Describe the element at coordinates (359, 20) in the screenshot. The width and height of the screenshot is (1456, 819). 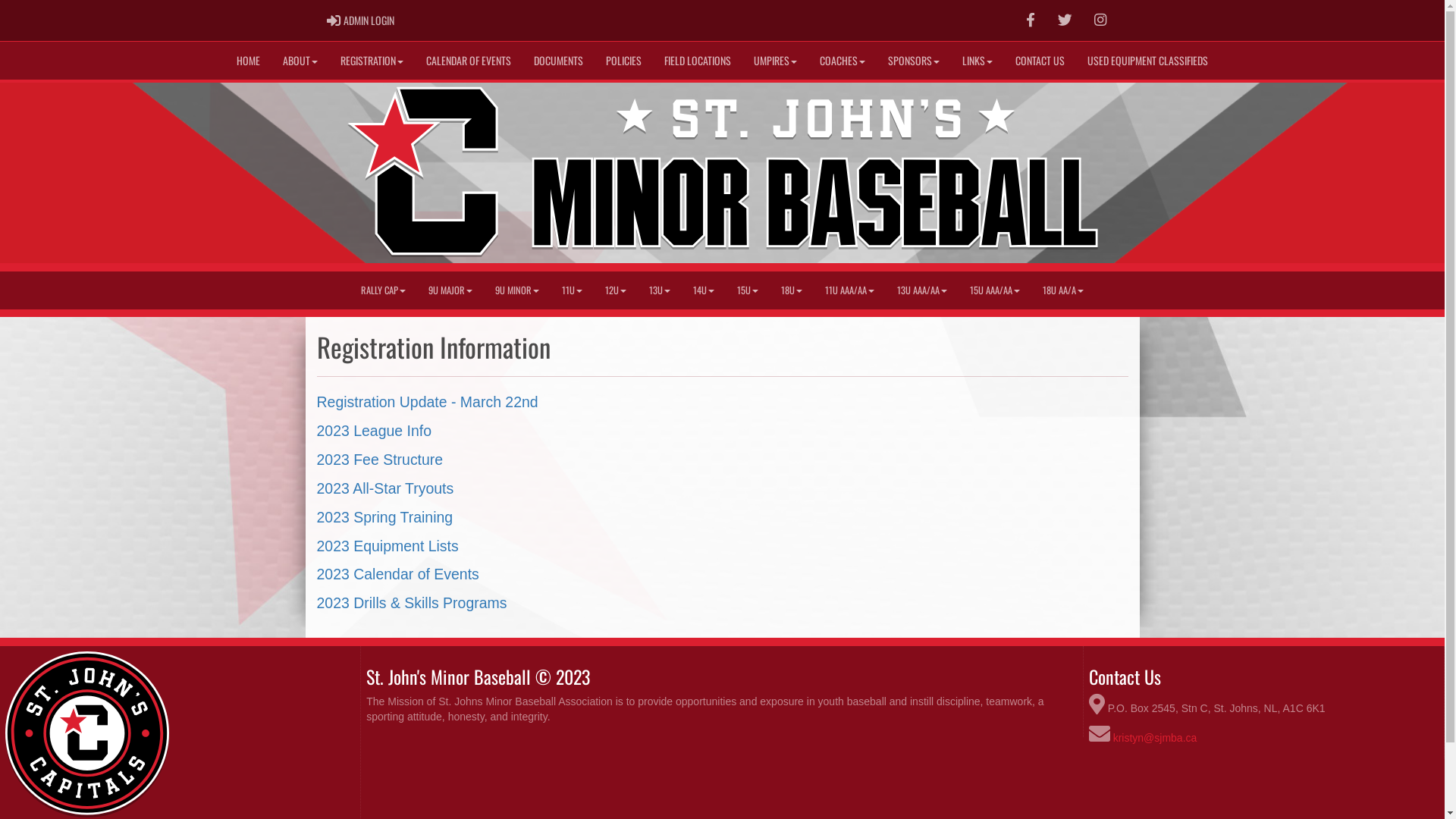
I see `'LOGIN PAGE` at that location.